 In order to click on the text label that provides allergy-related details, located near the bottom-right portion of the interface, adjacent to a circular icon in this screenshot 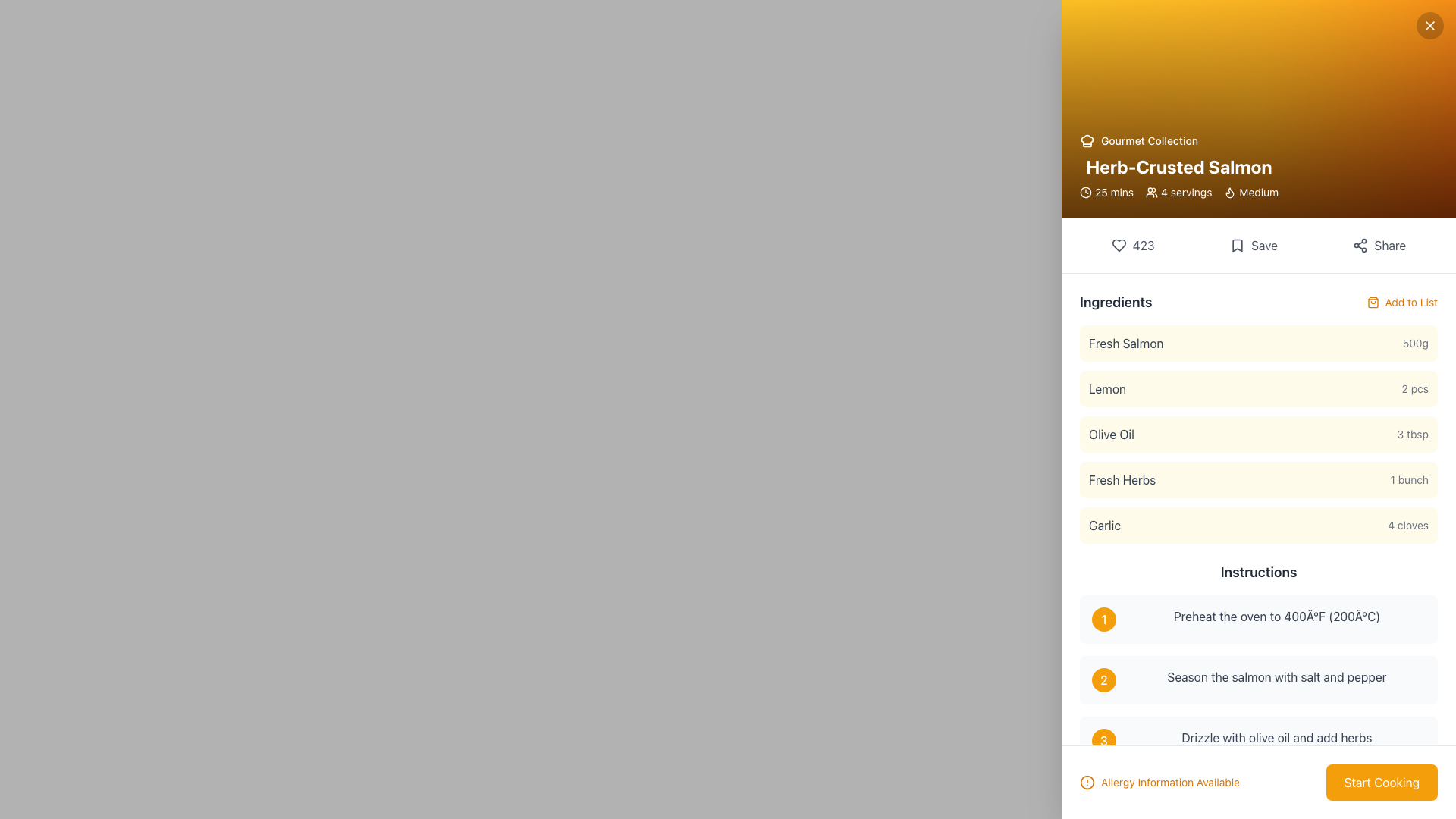, I will do `click(1169, 783)`.